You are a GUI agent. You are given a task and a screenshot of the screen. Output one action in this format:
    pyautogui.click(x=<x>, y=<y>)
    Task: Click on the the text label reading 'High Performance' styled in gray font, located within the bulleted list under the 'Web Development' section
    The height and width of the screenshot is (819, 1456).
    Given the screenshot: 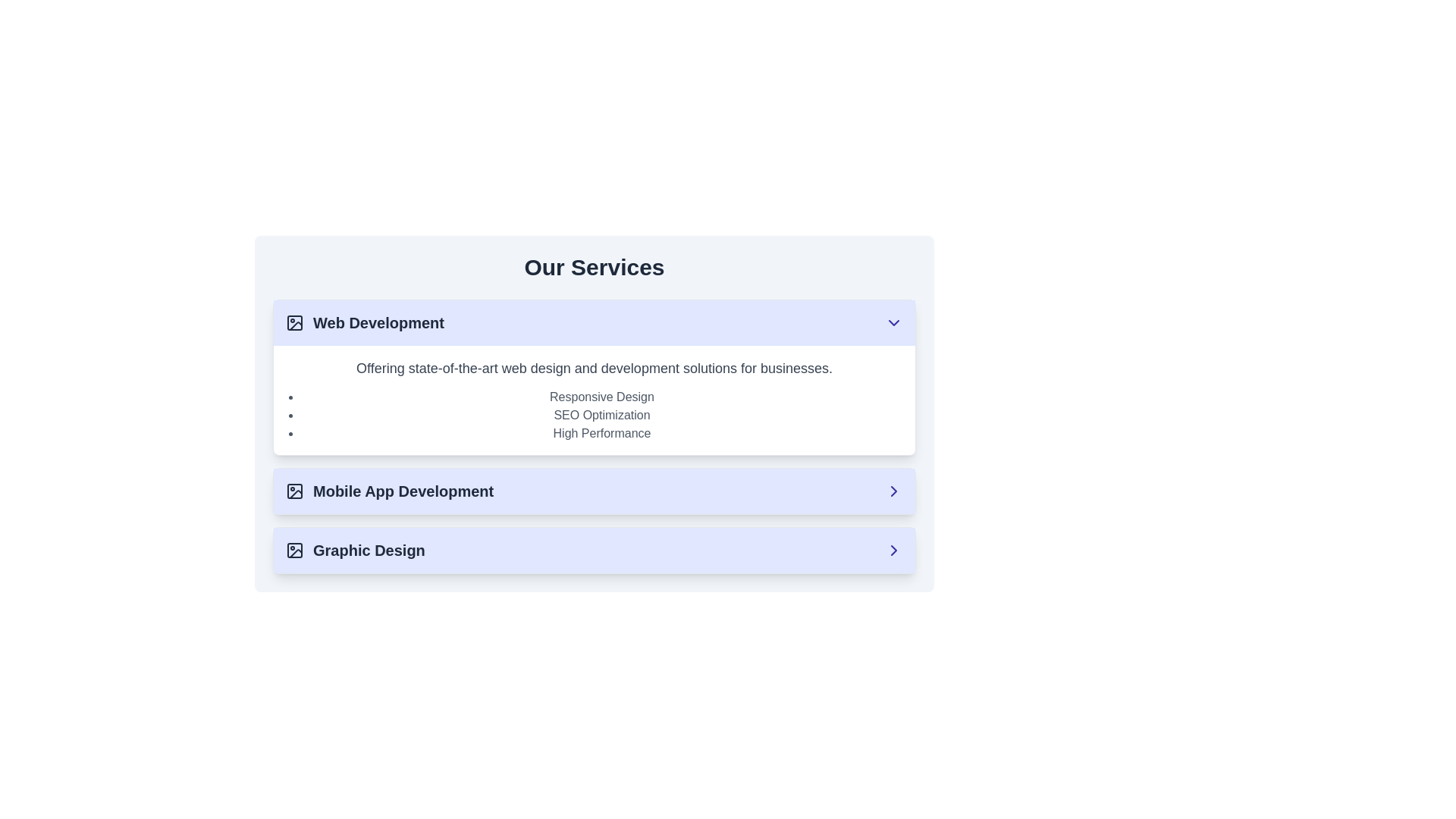 What is the action you would take?
    pyautogui.click(x=601, y=433)
    